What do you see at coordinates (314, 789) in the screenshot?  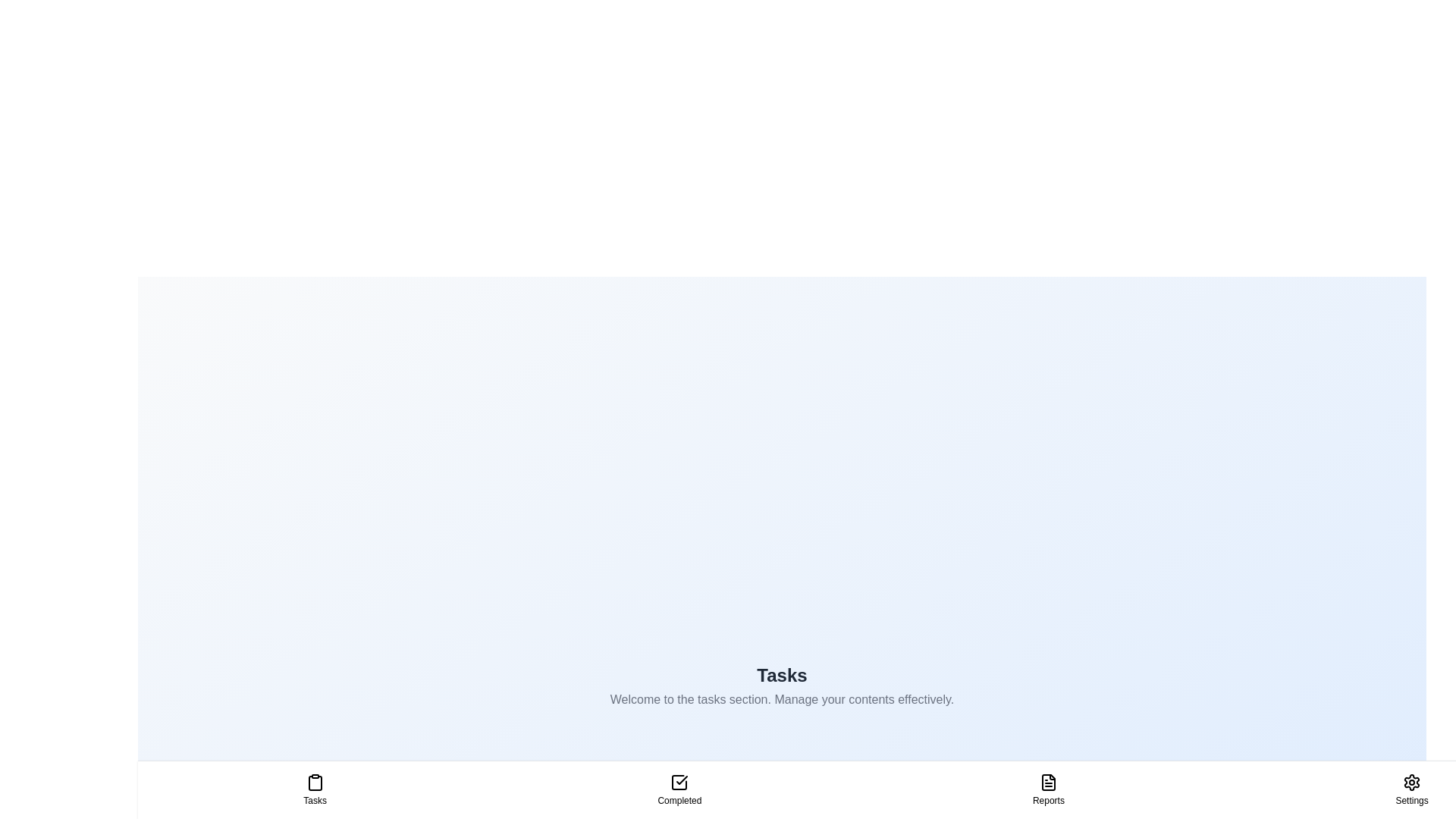 I see `the Tasks tab to navigate to it` at bounding box center [314, 789].